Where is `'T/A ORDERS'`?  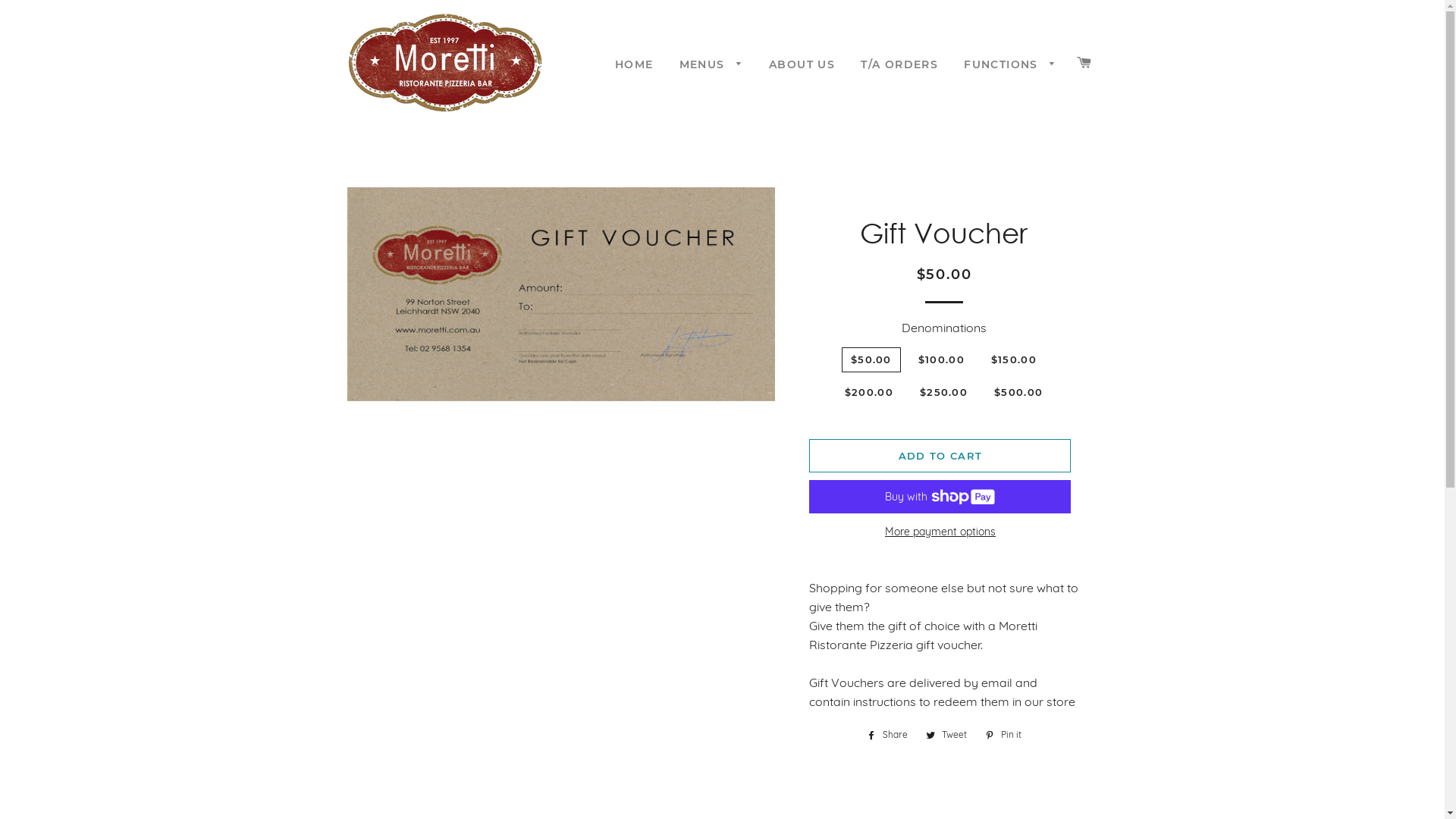 'T/A ORDERS' is located at coordinates (899, 64).